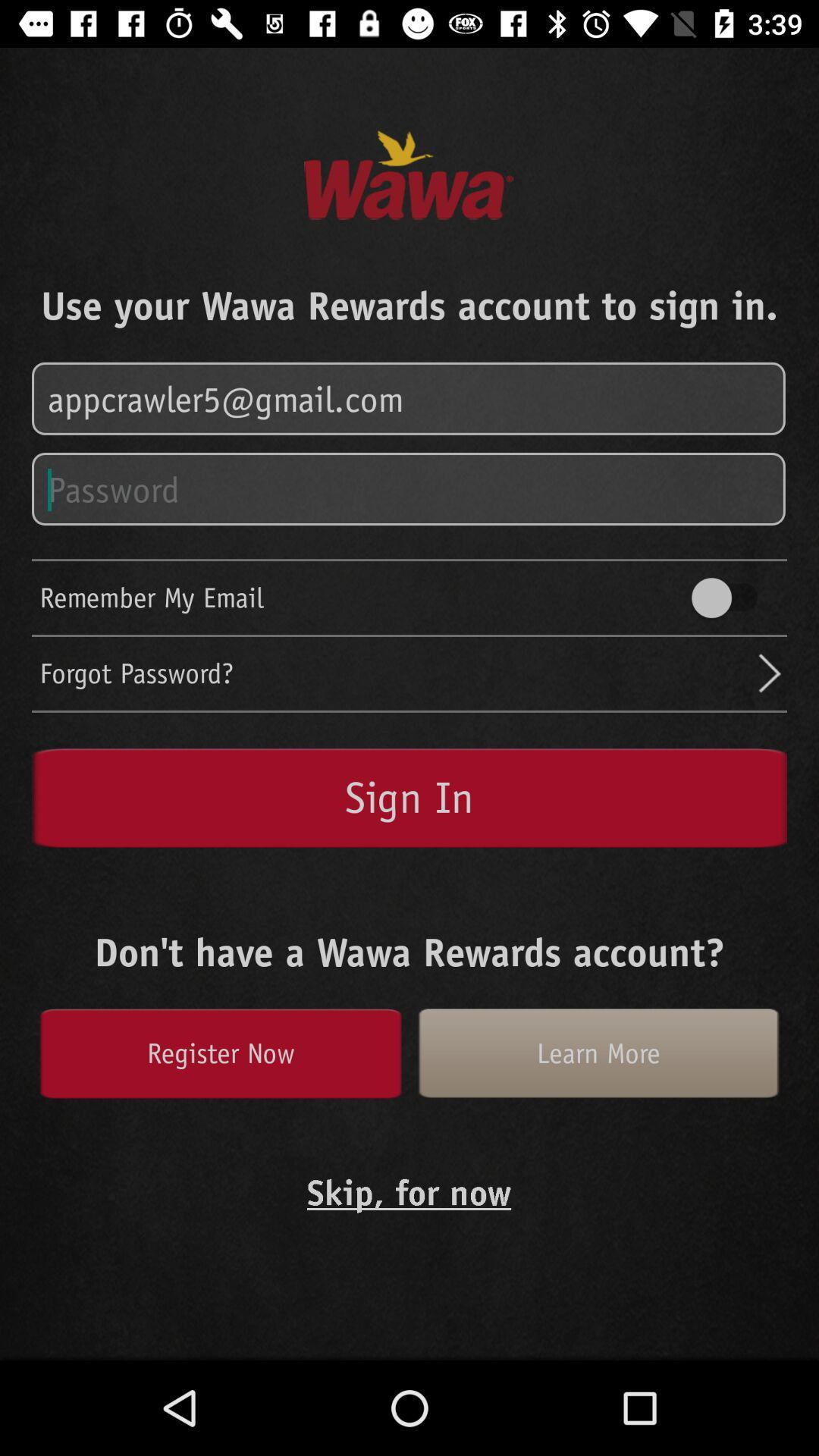  I want to click on the item below the don t have icon, so click(220, 1053).